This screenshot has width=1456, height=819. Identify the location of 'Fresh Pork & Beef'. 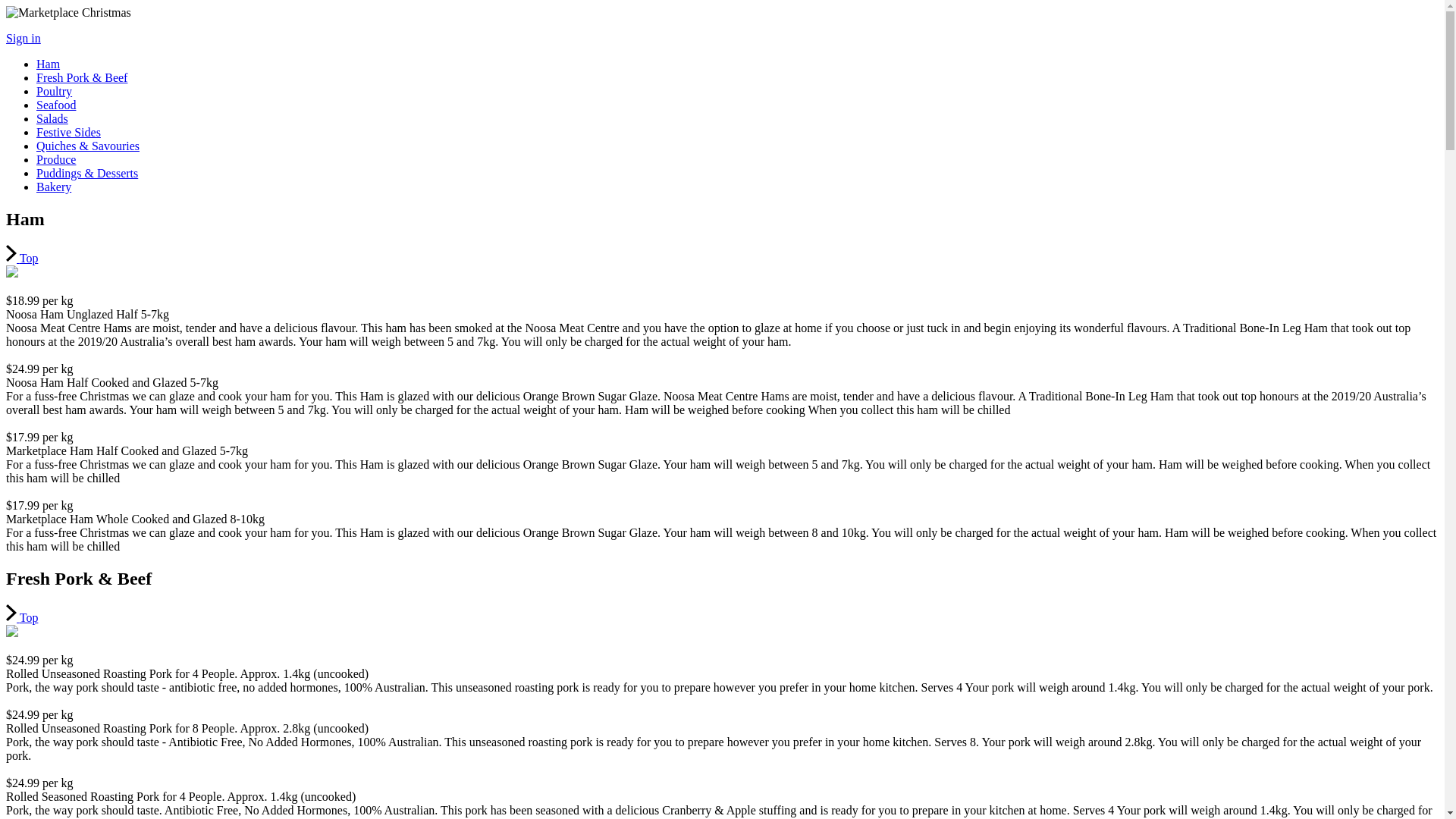
(80, 77).